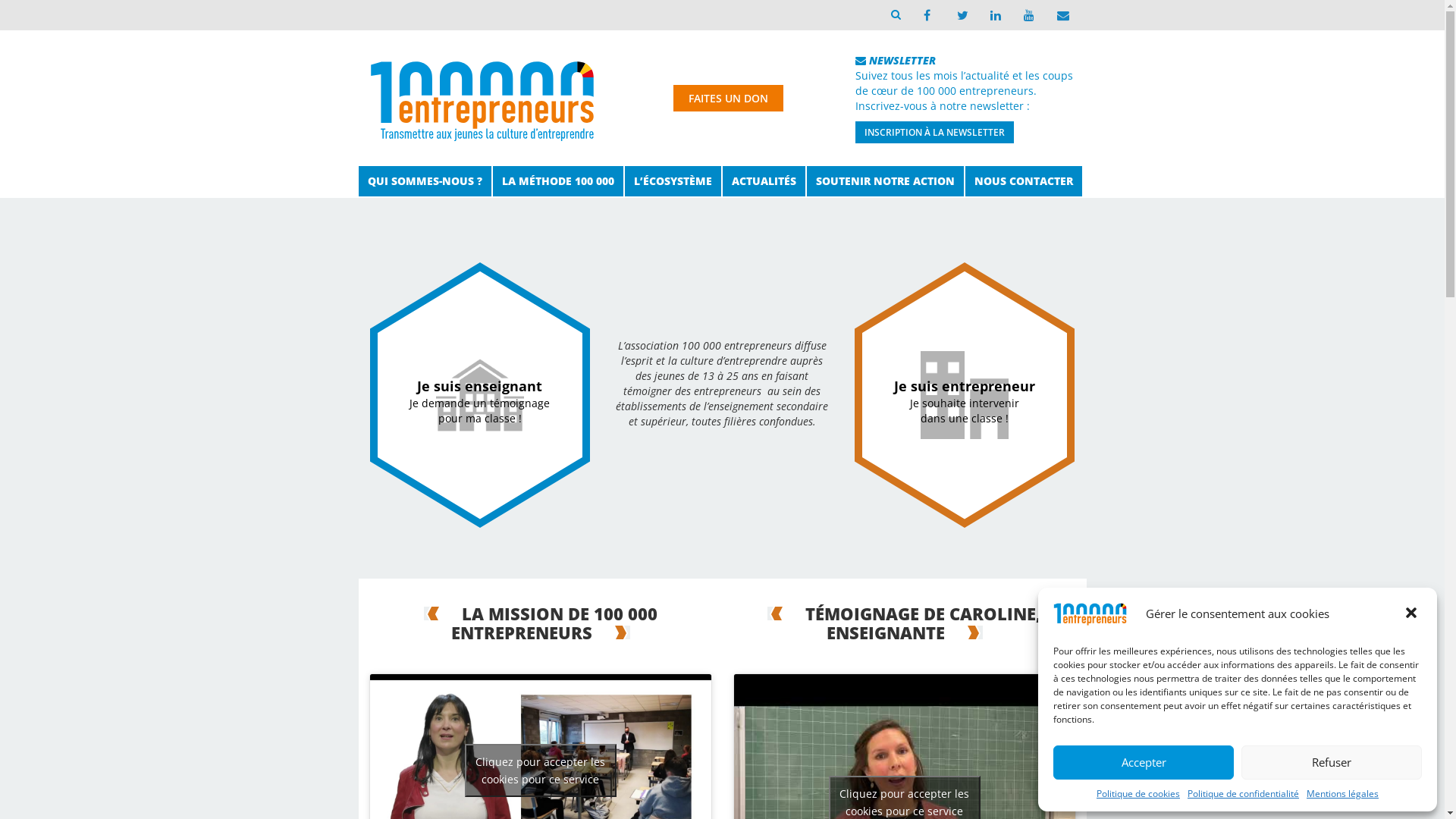  What do you see at coordinates (926, 14) in the screenshot?
I see `'Facebook'` at bounding box center [926, 14].